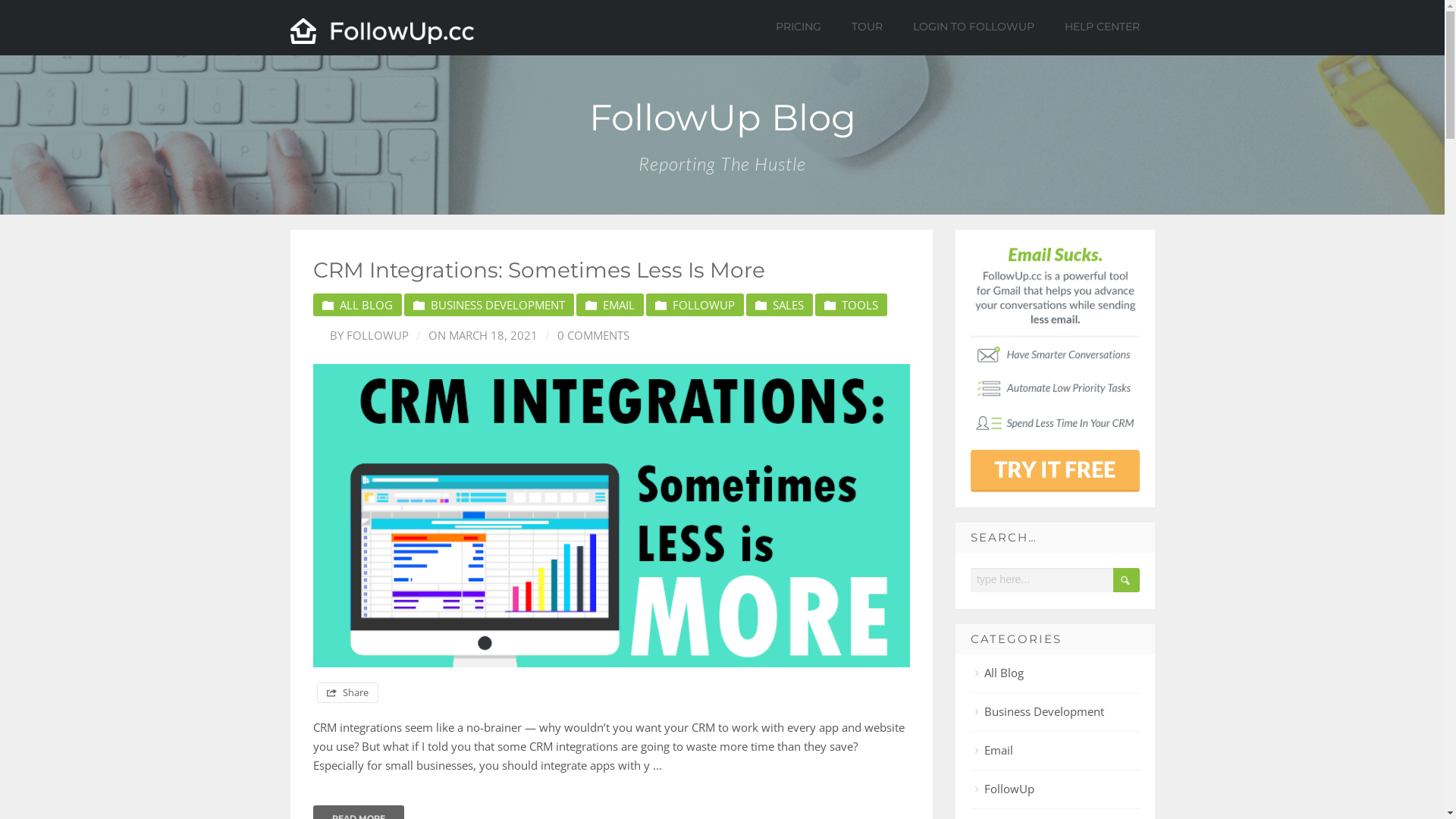 Image resolution: width=1456 pixels, height=819 pixels. I want to click on 'LOGIN TO FOLLOWUP', so click(901, 26).